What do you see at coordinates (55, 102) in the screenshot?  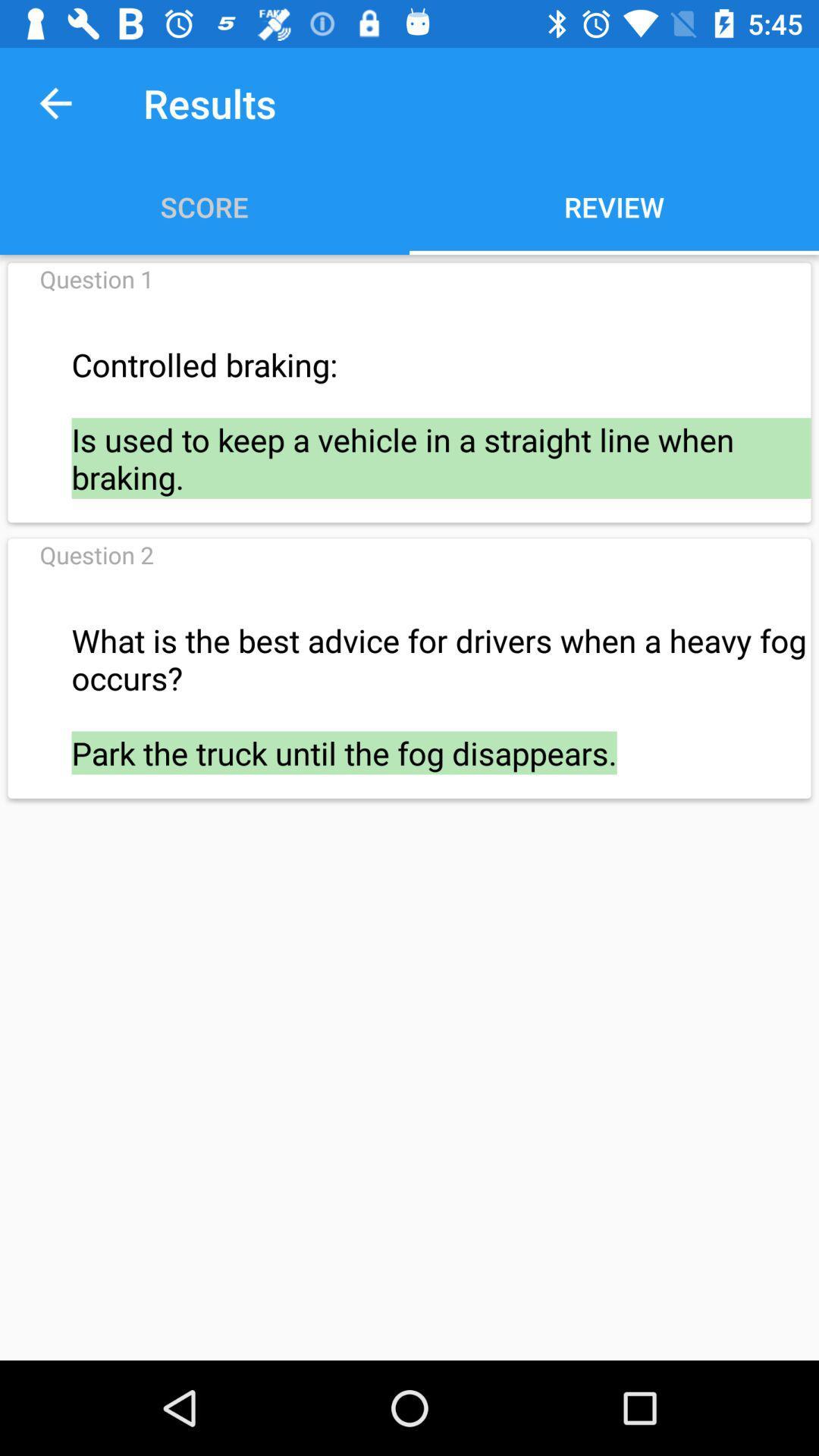 I see `the item to the left of the results` at bounding box center [55, 102].